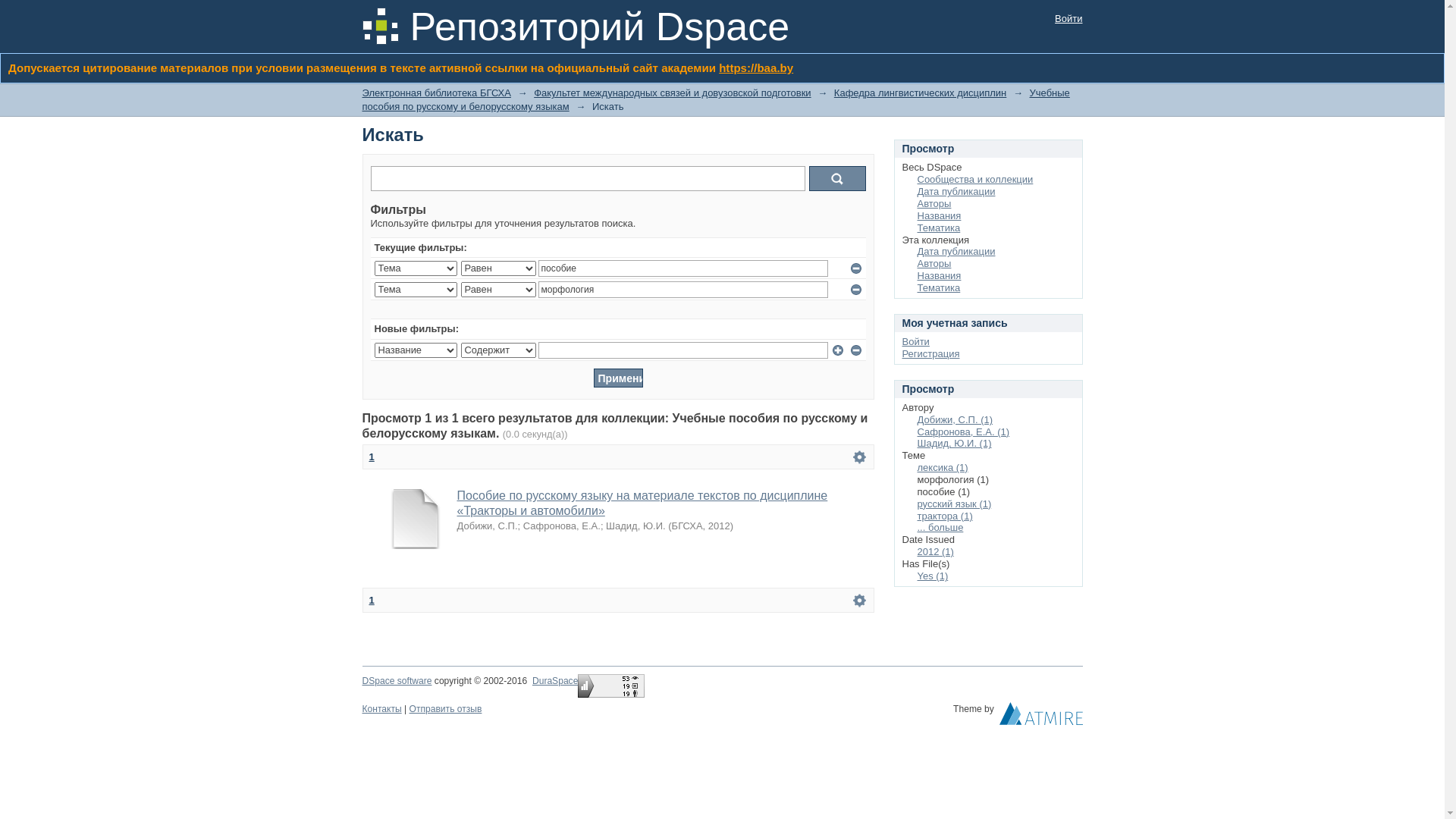  What do you see at coordinates (371, 456) in the screenshot?
I see `'1'` at bounding box center [371, 456].